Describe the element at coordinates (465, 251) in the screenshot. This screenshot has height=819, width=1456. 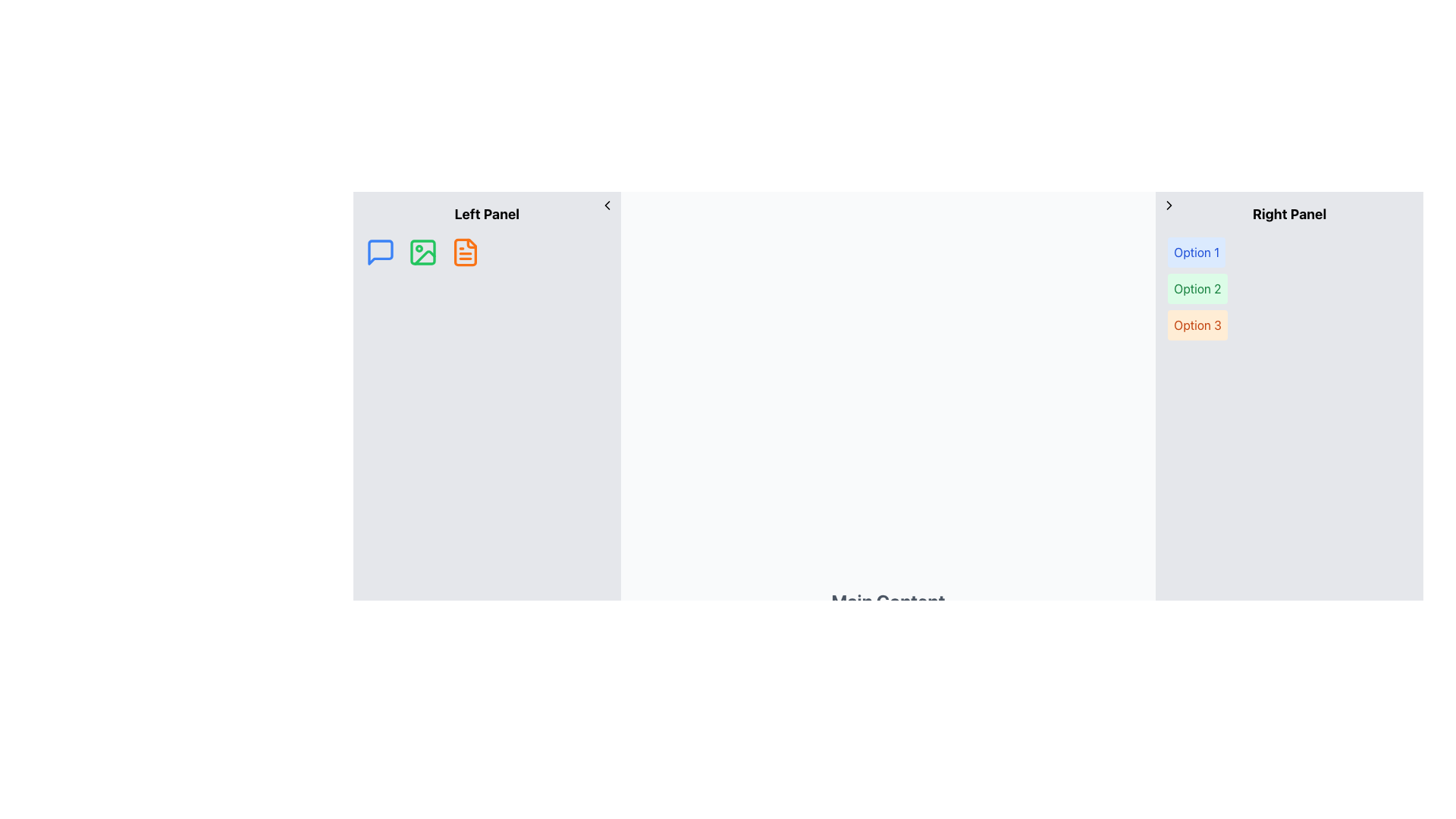
I see `the orange document icon located in the Left Panel section to initiate a file/document functionality` at that location.